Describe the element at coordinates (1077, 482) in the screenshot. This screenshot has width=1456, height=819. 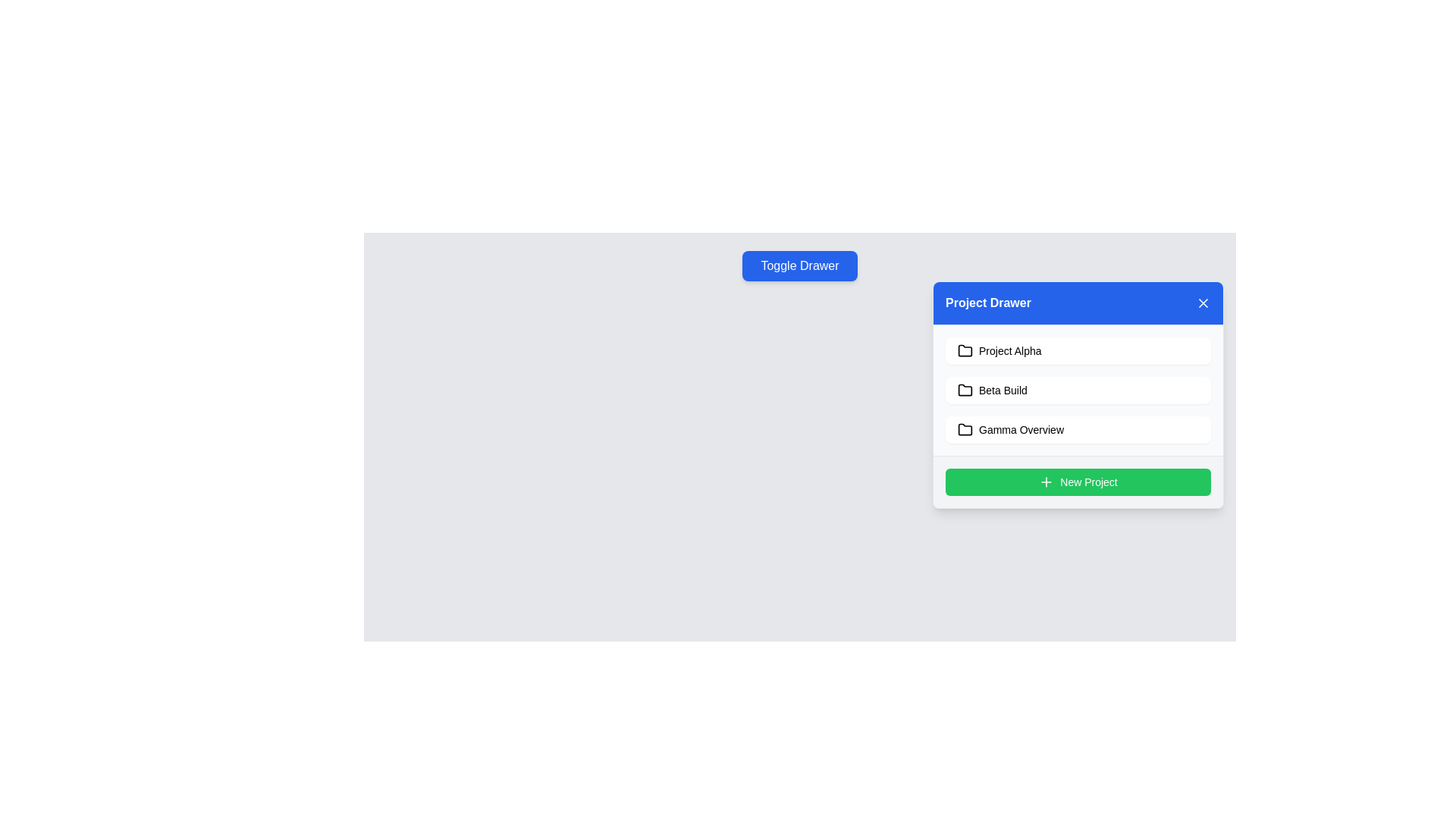
I see `the 'Create New Project' button located at the bottom of the 'Project Drawer' panel` at that location.